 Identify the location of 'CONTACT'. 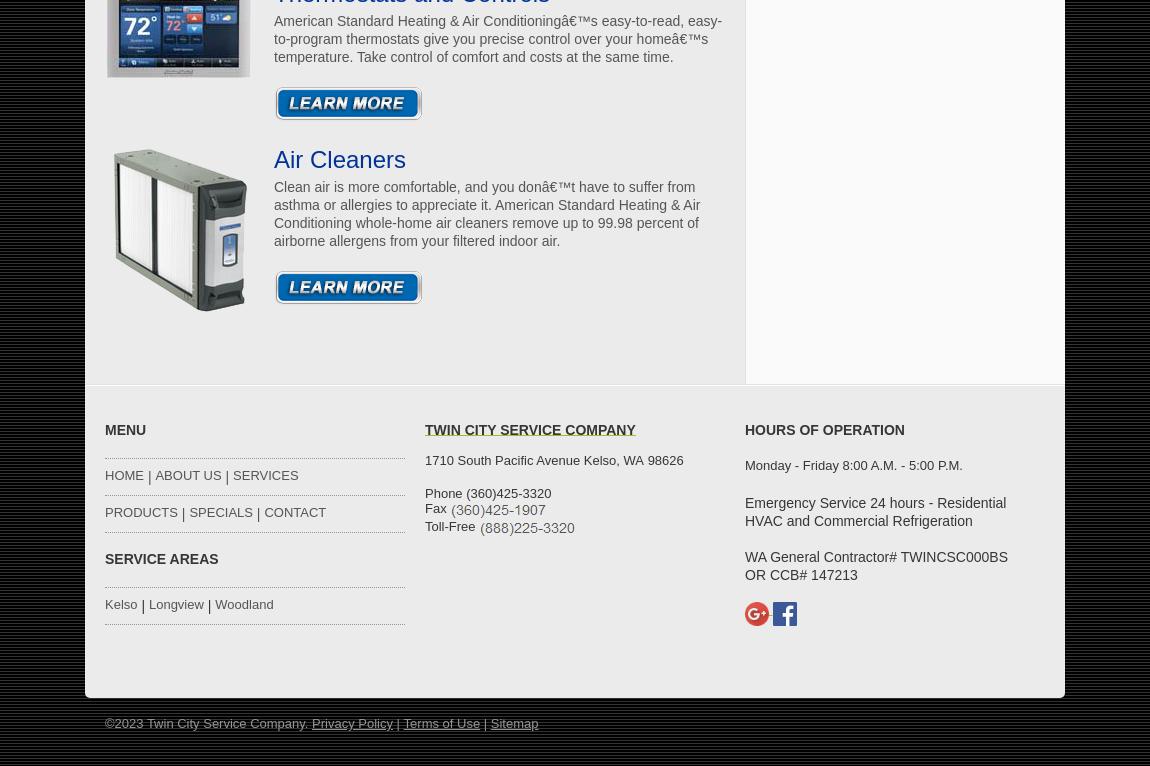
(294, 512).